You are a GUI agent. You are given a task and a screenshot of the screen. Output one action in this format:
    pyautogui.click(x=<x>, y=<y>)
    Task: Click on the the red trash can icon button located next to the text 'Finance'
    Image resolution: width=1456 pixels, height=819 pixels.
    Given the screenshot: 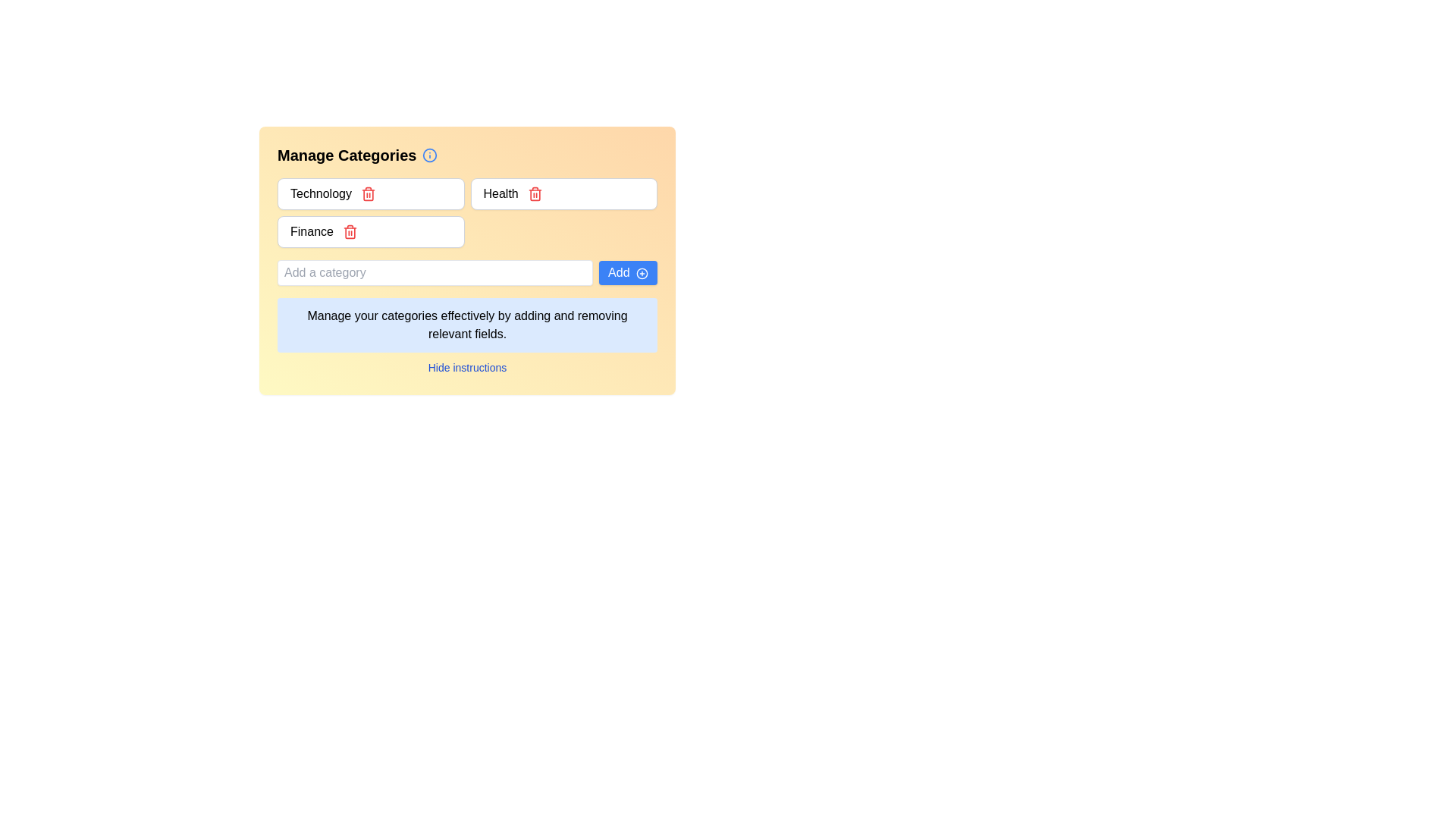 What is the action you would take?
    pyautogui.click(x=349, y=231)
    